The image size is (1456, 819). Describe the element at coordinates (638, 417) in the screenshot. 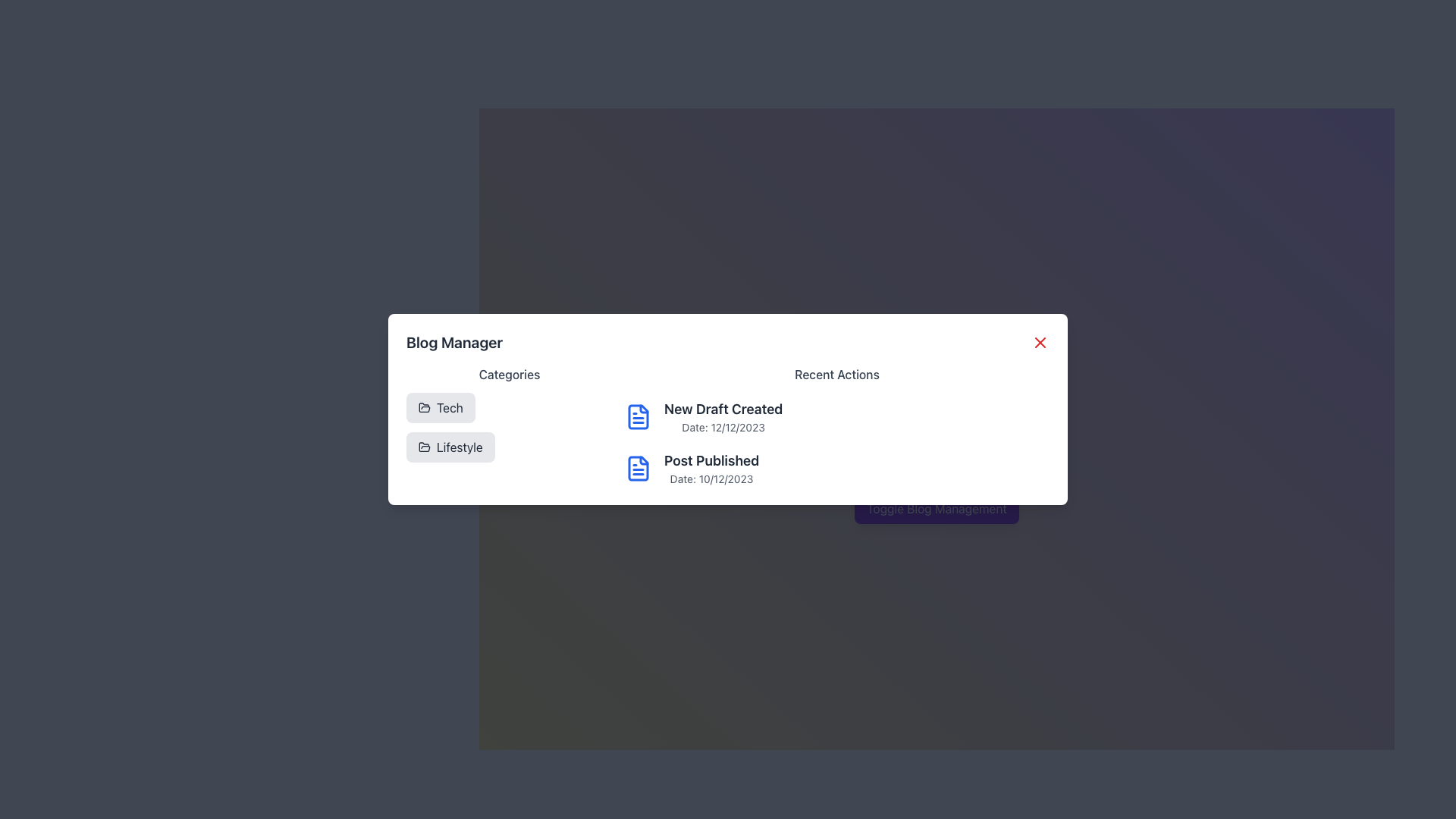

I see `the SVG-based icon representing 'New Draft Created' in the 'Recent Actions' section of the 'Blog Manager' dialog box` at that location.